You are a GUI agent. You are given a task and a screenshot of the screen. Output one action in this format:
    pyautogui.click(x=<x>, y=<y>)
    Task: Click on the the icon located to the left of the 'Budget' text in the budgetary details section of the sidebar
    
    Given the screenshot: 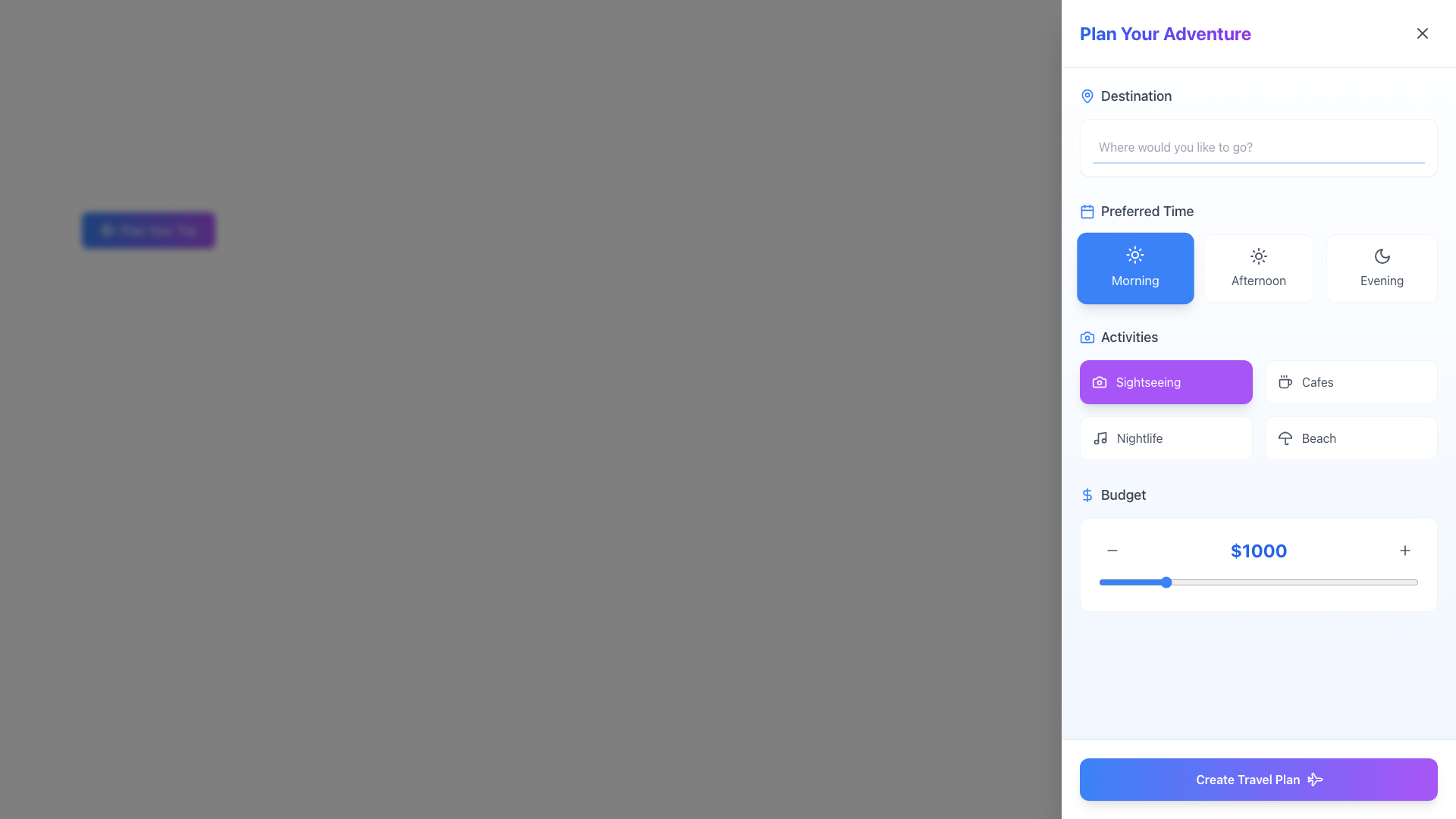 What is the action you would take?
    pyautogui.click(x=1087, y=494)
    